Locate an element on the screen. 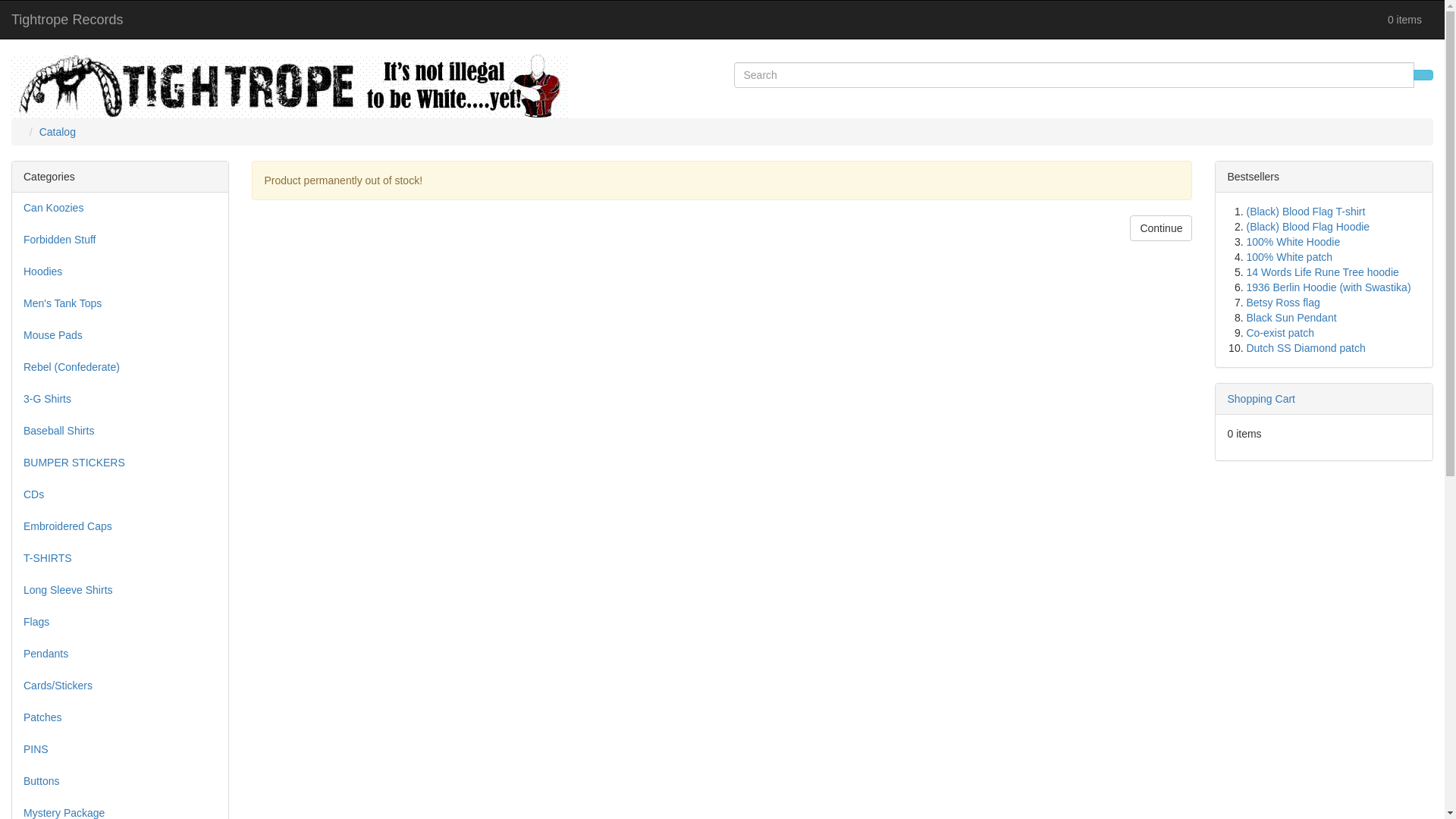 The width and height of the screenshot is (1456, 819). 'Baseball Shirts' is located at coordinates (119, 430).